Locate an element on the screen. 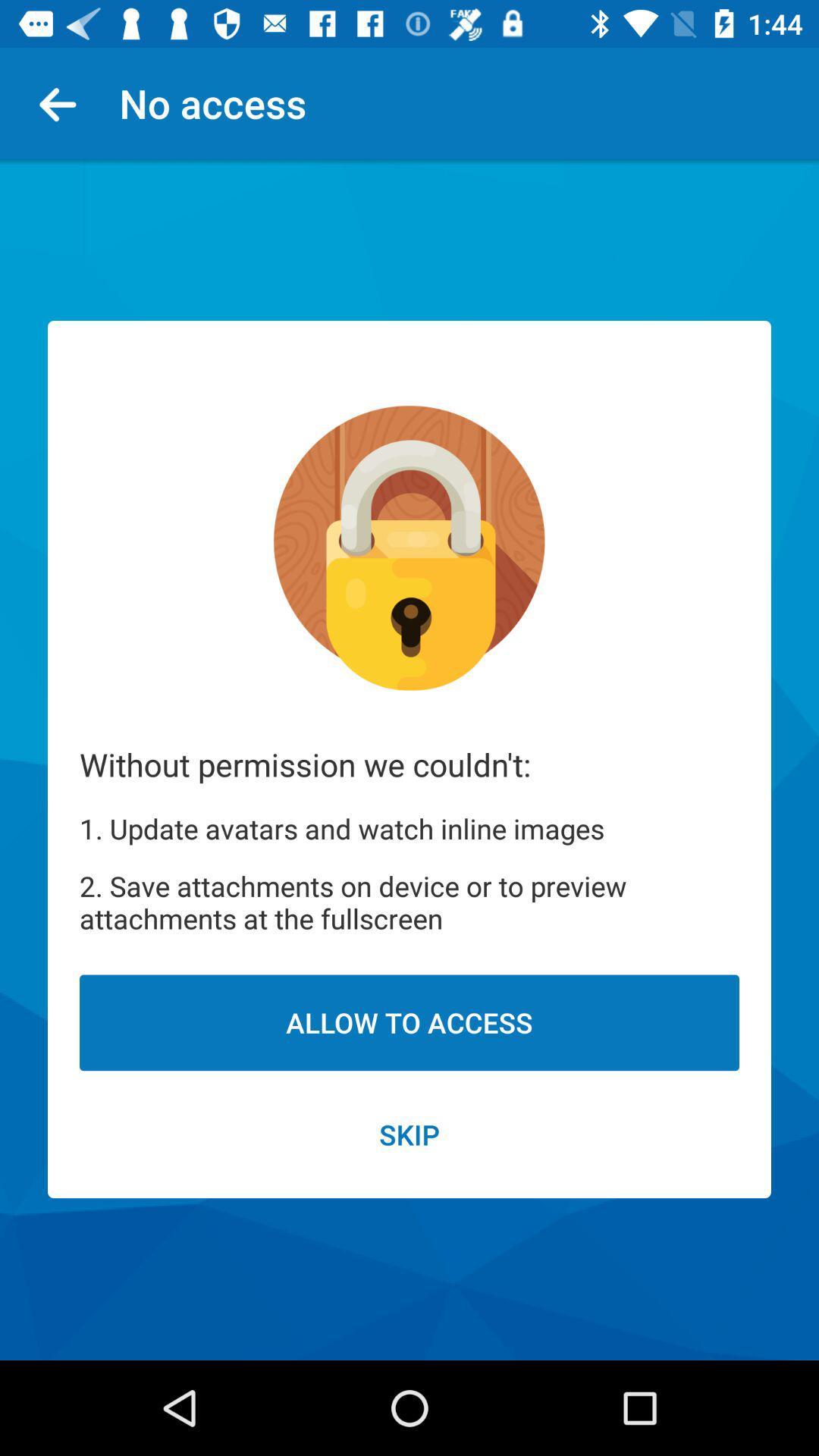  the allow to access icon is located at coordinates (409, 1022).